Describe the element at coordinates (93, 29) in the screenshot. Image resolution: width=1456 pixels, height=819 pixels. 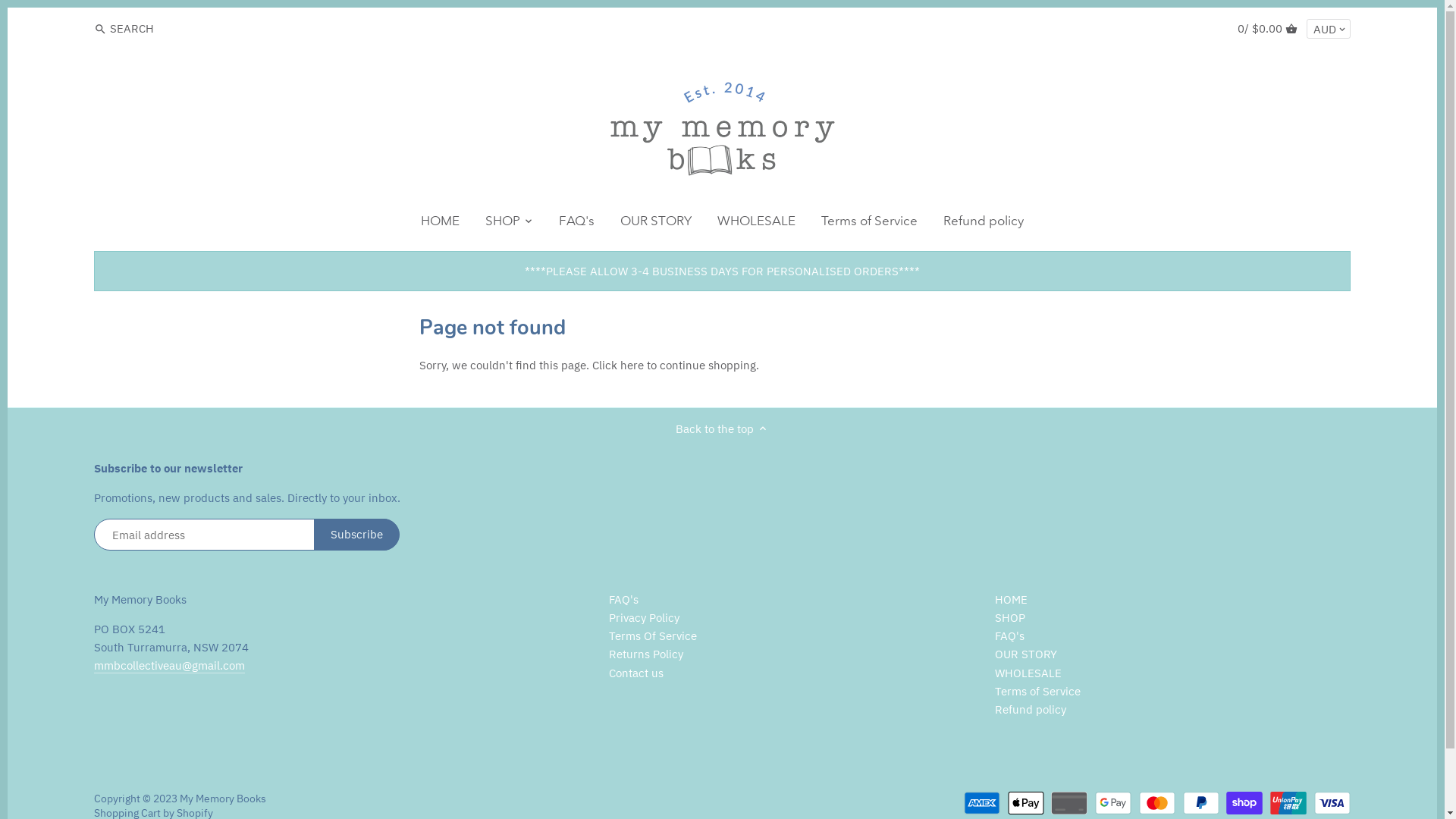
I see `'Search'` at that location.